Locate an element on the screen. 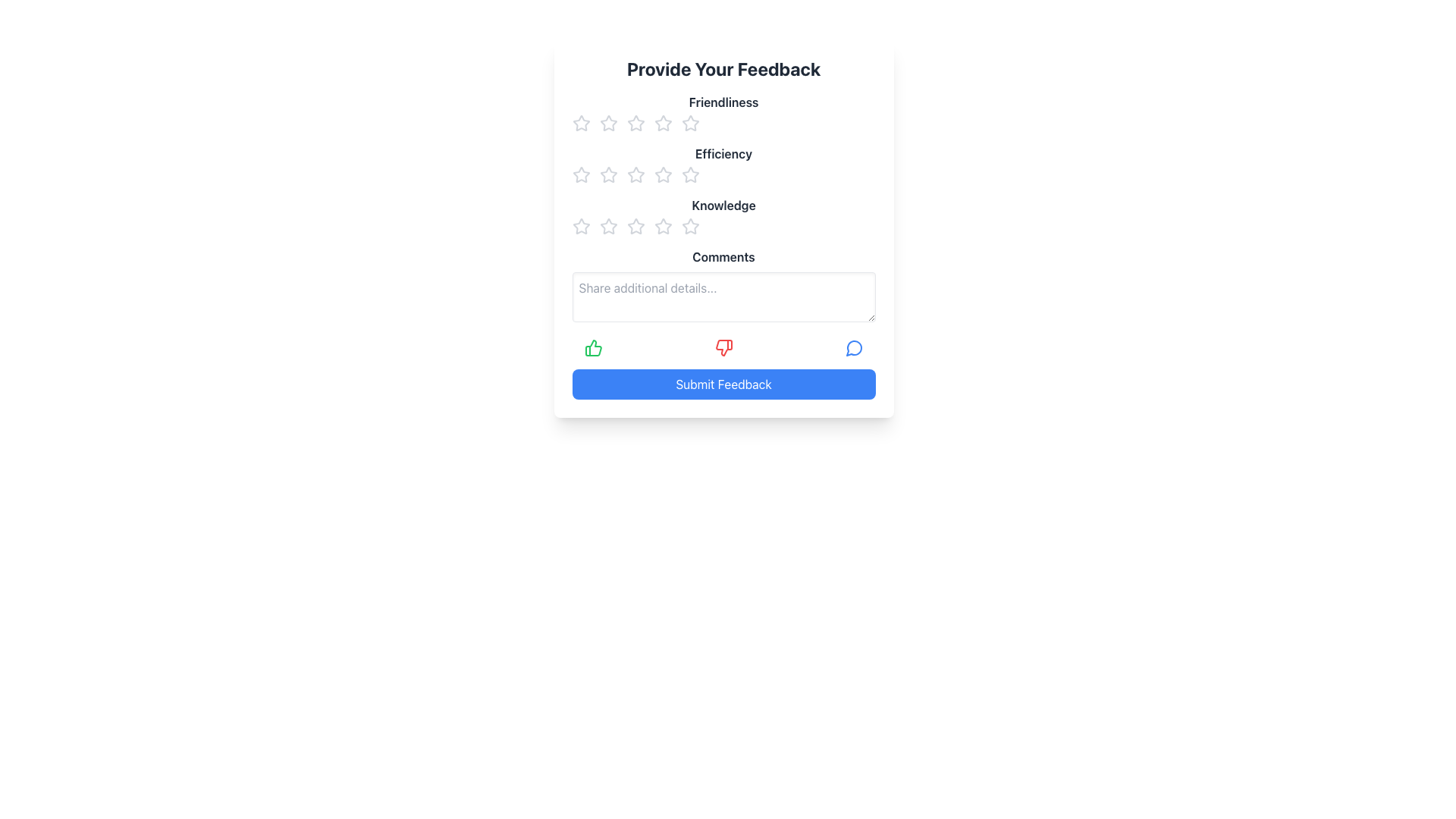 This screenshot has height=819, width=1456. the second outlined star icon in the rating system under the 'Friendliness' label in the feedback form is located at coordinates (635, 122).